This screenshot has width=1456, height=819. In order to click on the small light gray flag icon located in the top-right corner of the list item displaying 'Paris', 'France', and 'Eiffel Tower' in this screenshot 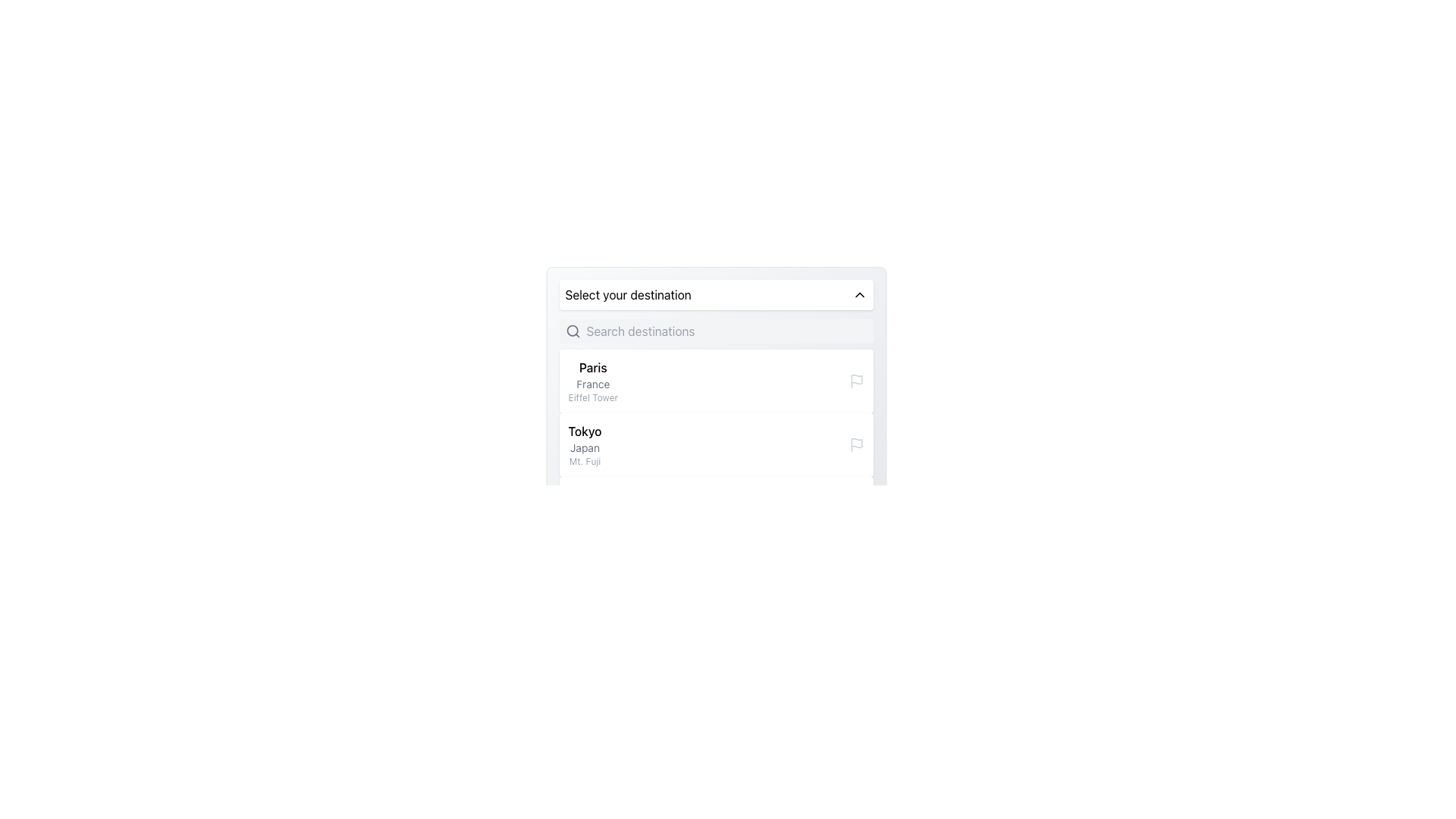, I will do `click(856, 380)`.